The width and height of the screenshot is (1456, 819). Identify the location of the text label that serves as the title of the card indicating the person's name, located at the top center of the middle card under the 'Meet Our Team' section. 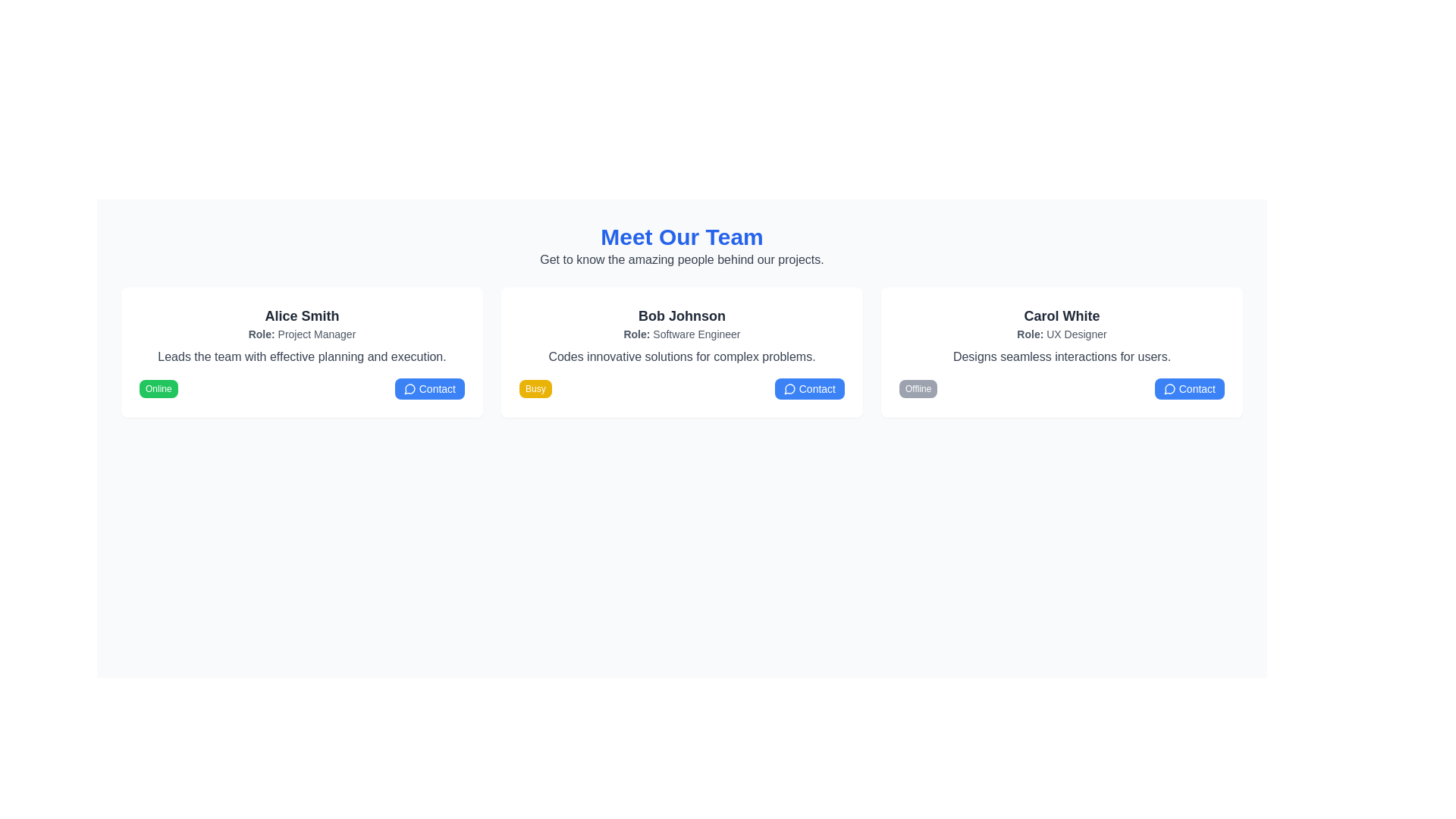
(681, 315).